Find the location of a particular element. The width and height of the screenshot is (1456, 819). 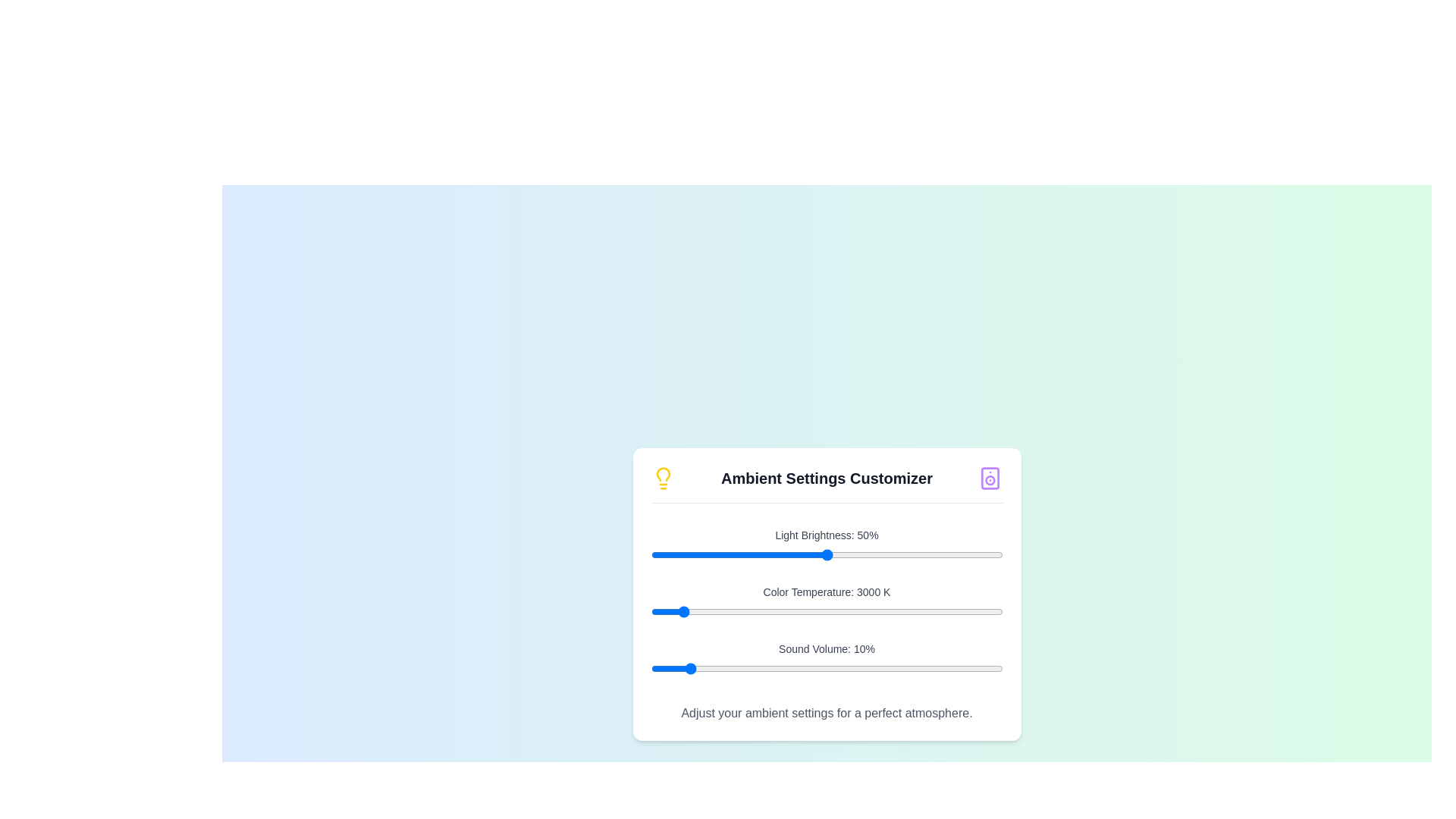

the sound volume is located at coordinates (988, 668).